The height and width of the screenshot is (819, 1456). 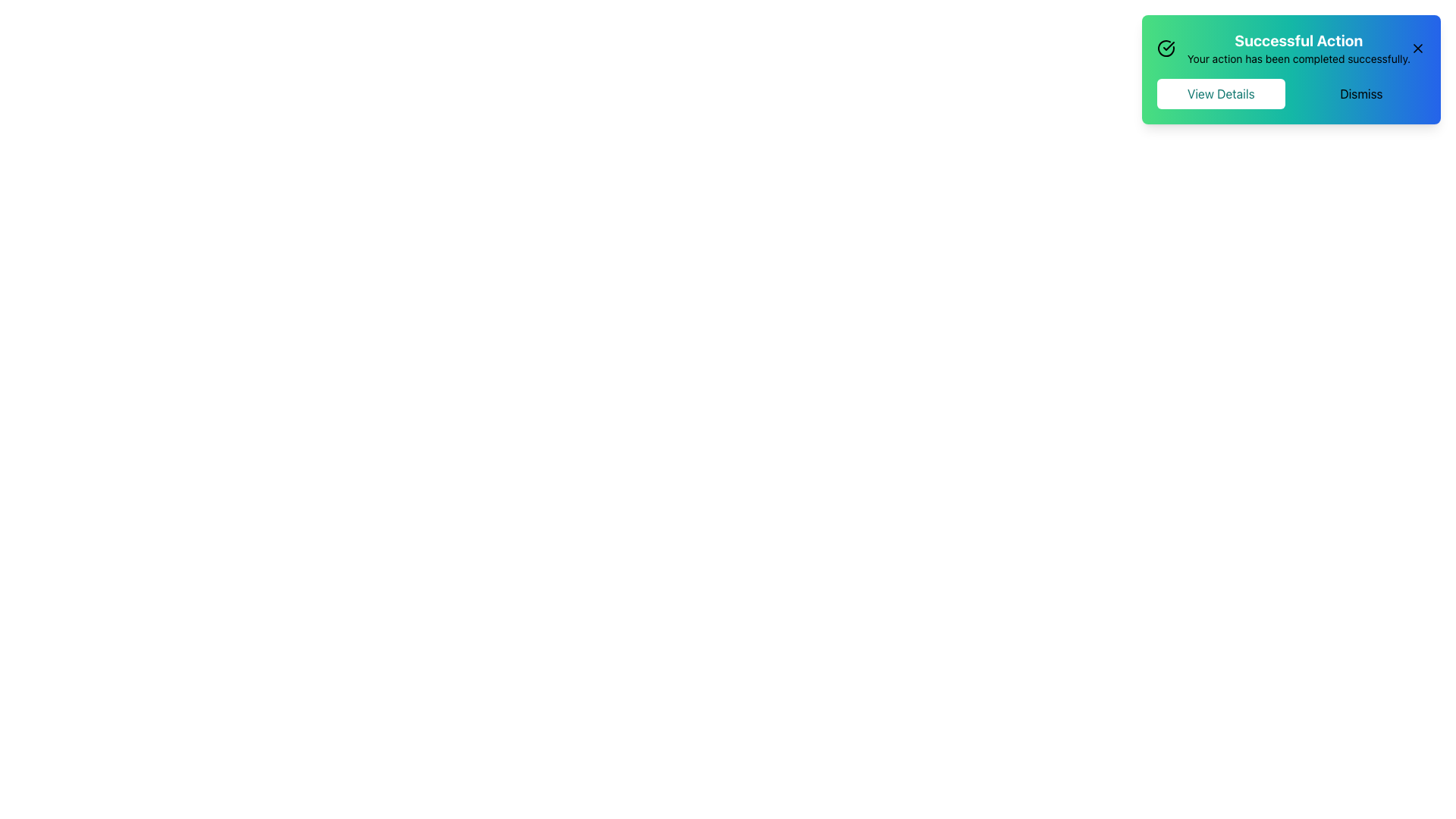 What do you see at coordinates (1290, 93) in the screenshot?
I see `the 'View Details' button located at the bottom part of the notification box in the top-right corner of the interface` at bounding box center [1290, 93].